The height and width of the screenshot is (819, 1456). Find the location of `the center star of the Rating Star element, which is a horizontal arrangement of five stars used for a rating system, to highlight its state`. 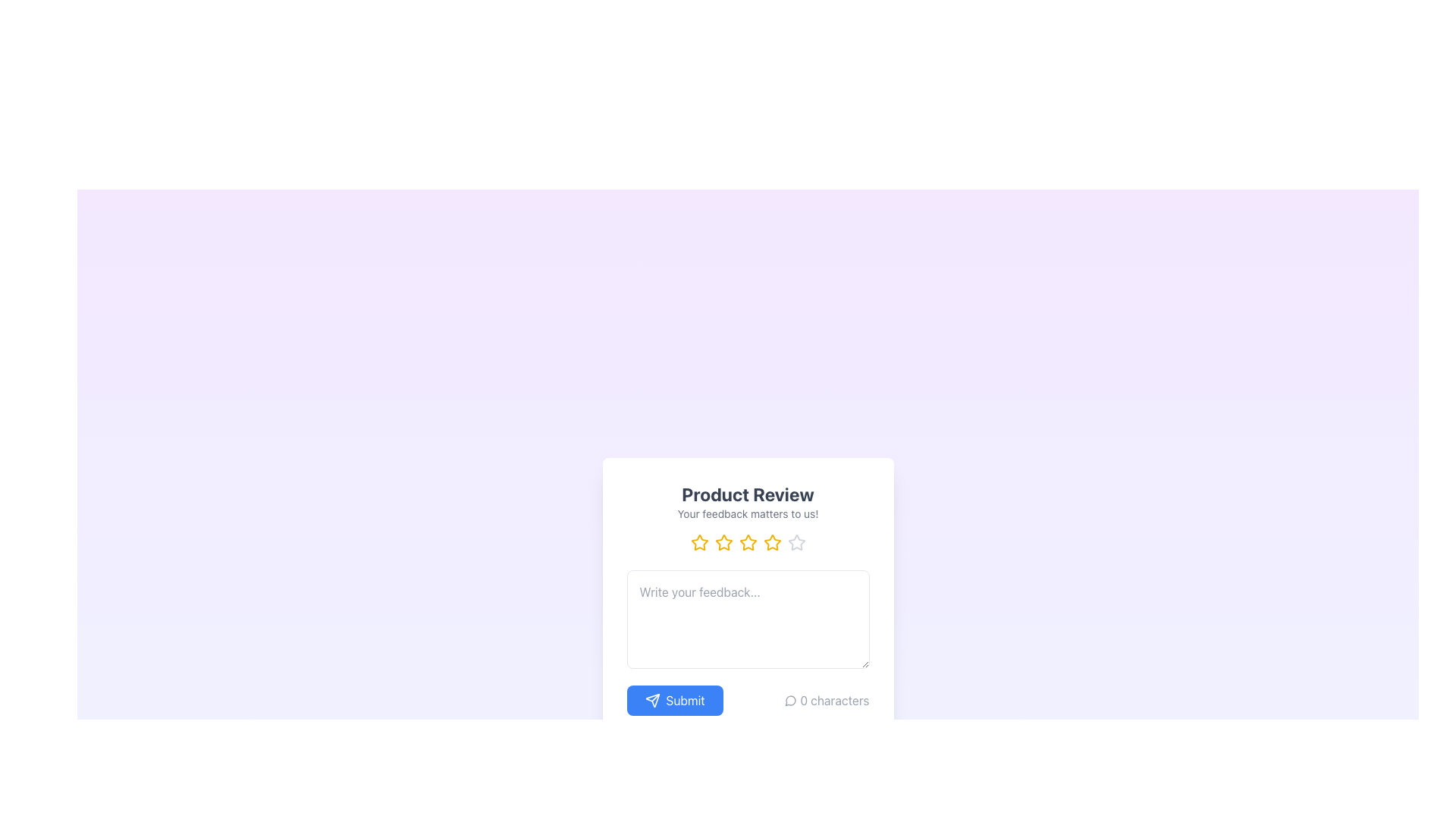

the center star of the Rating Star element, which is a horizontal arrangement of five stars used for a rating system, to highlight its state is located at coordinates (748, 542).